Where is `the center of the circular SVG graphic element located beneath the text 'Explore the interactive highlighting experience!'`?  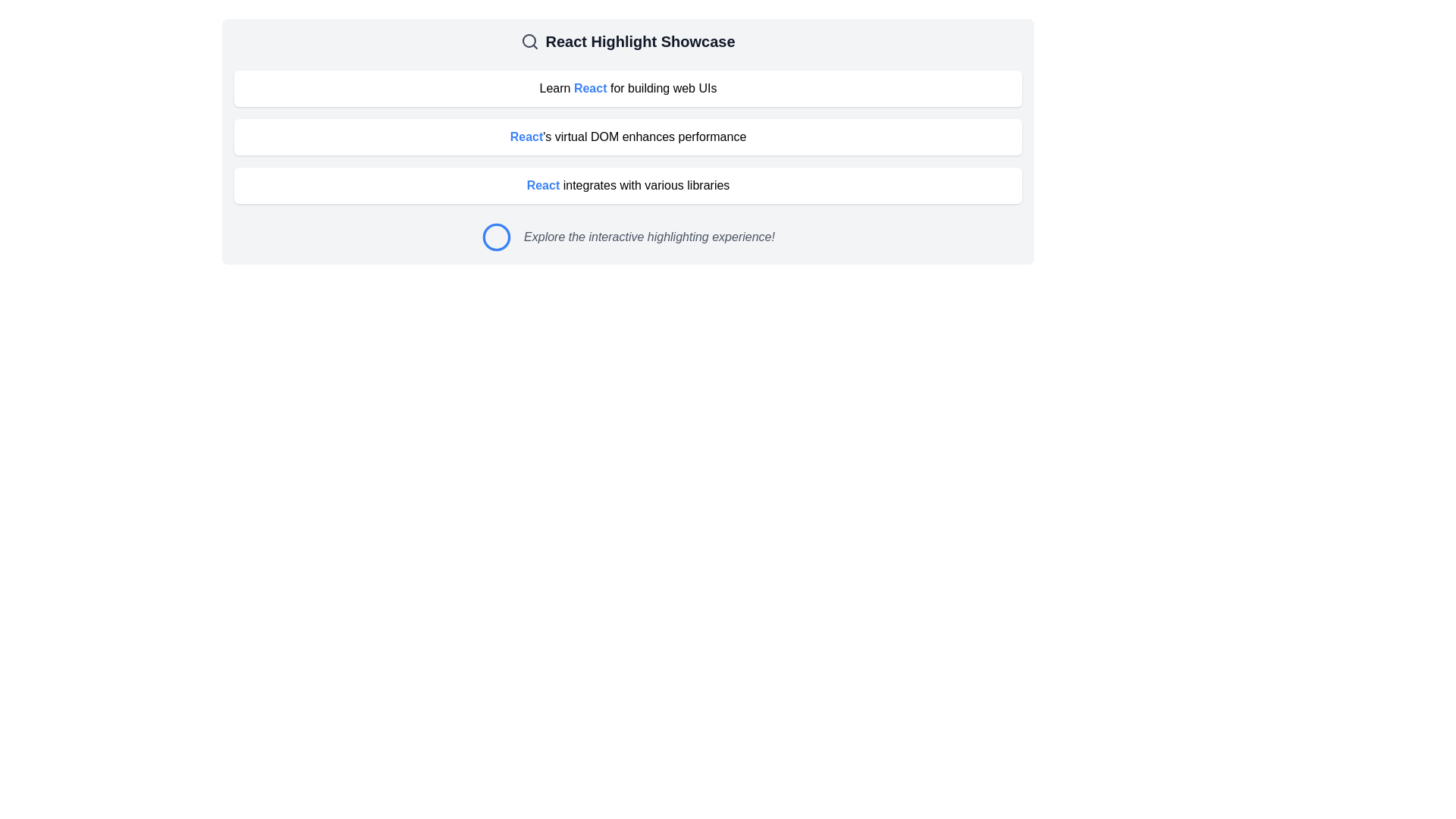 the center of the circular SVG graphic element located beneath the text 'Explore the interactive highlighting experience!' is located at coordinates (497, 237).